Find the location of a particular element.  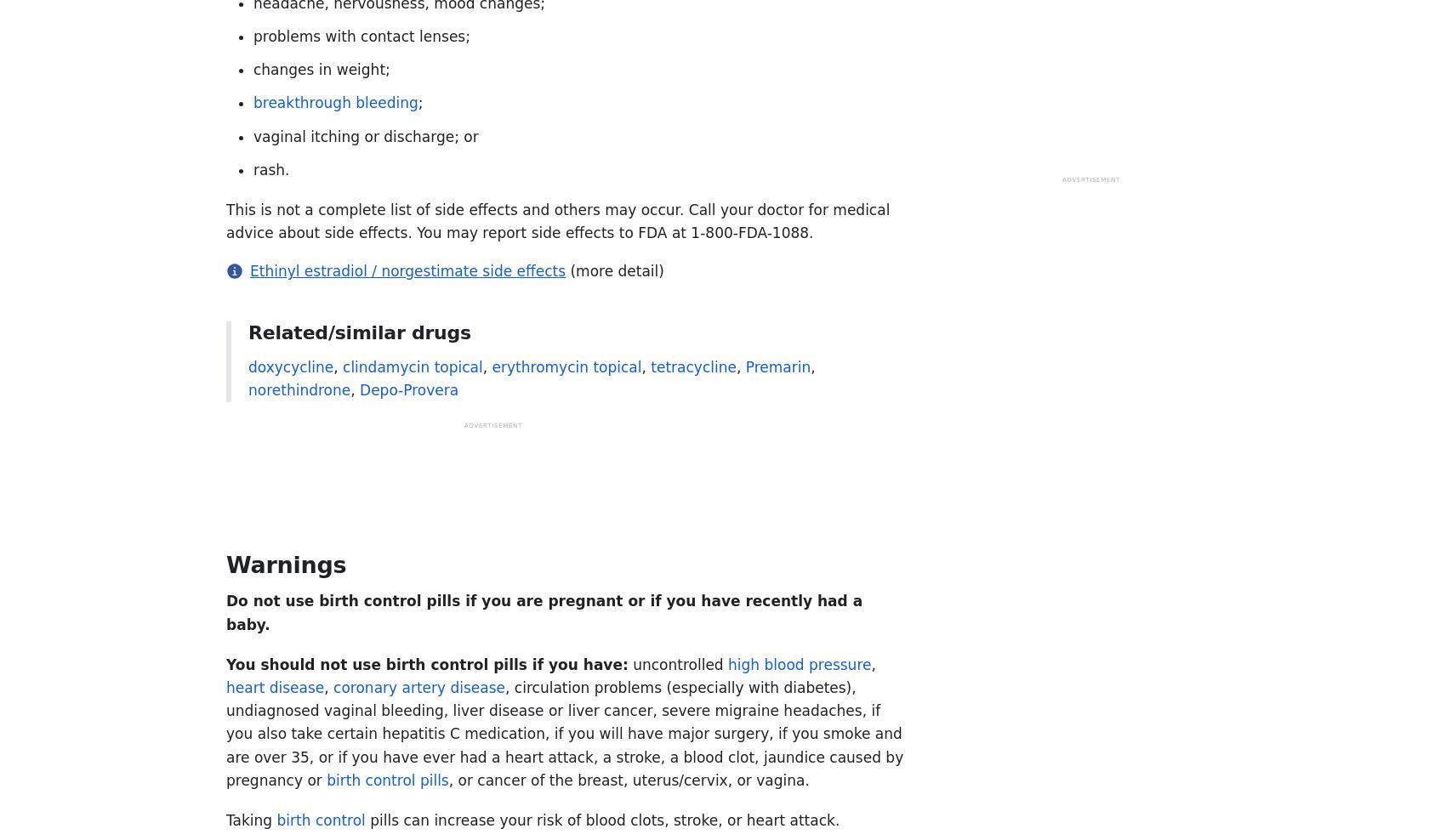

', circulation problems (especially with diabetes), undiagnosed vaginal bleeding, liver disease or liver cancer, severe migraine headaches, if you also take certain hepatitis C medication, if you will have major surgery, if you smoke and are over 35, or if you have ever had a heart attack, a stroke, a blood clot, jaundice caused by pregnancy or' is located at coordinates (565, 734).